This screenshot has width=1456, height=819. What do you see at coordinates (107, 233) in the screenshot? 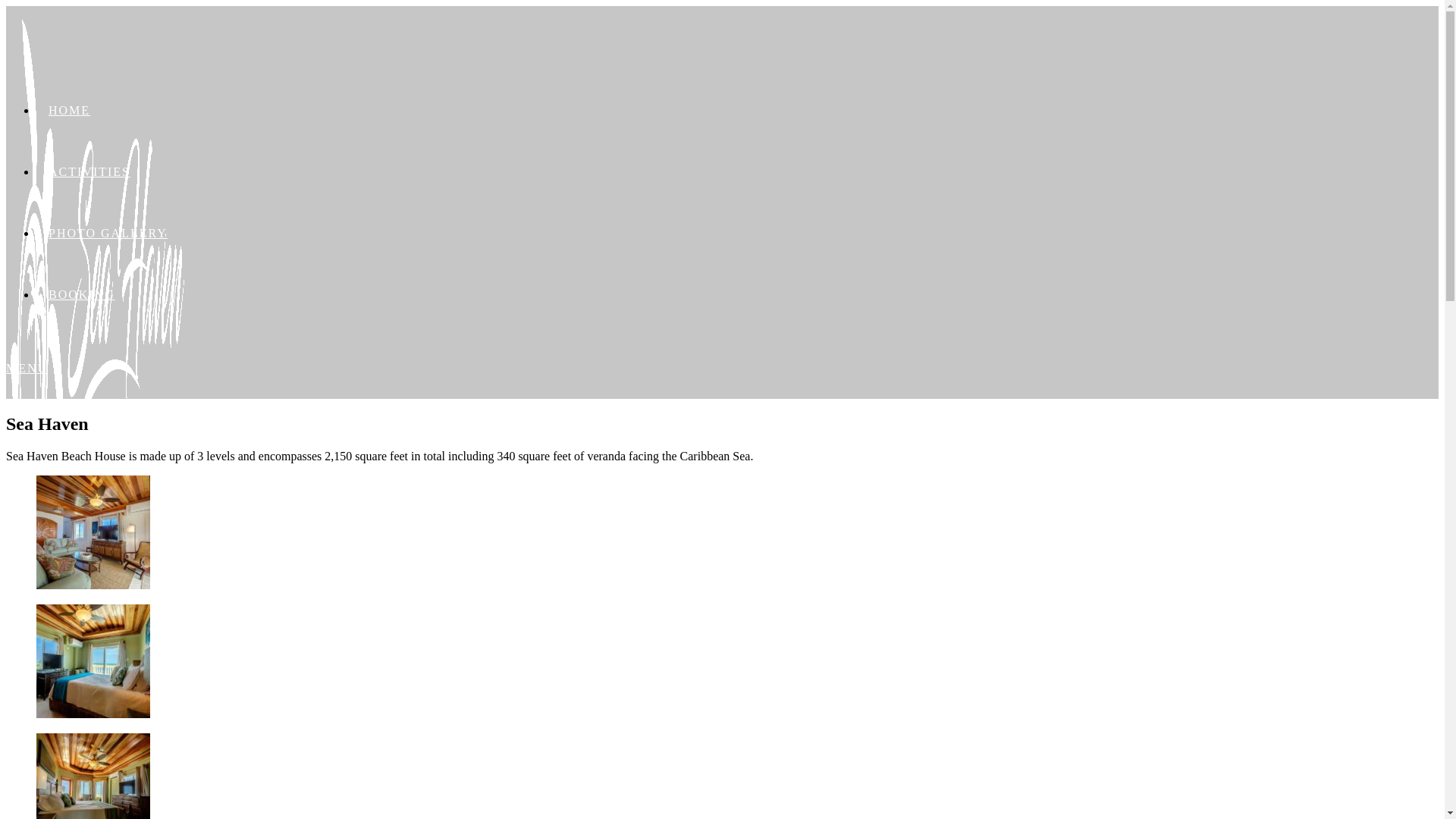
I see `'PHOTO GALLERY'` at bounding box center [107, 233].